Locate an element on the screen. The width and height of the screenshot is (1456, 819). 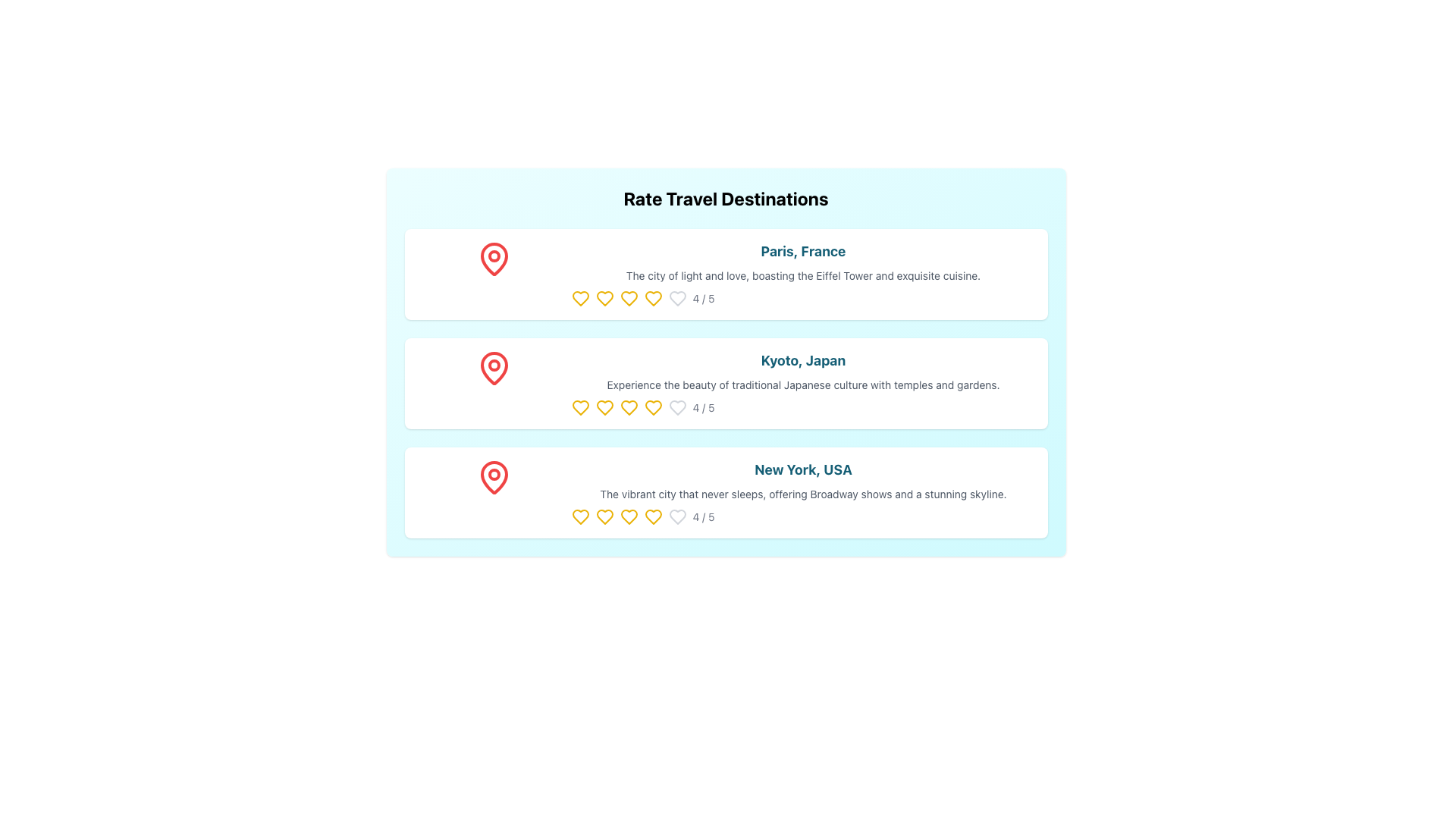
the red map pin icon located in the first card element, which symbolizes a location marker for 'Paris, France' is located at coordinates (494, 275).